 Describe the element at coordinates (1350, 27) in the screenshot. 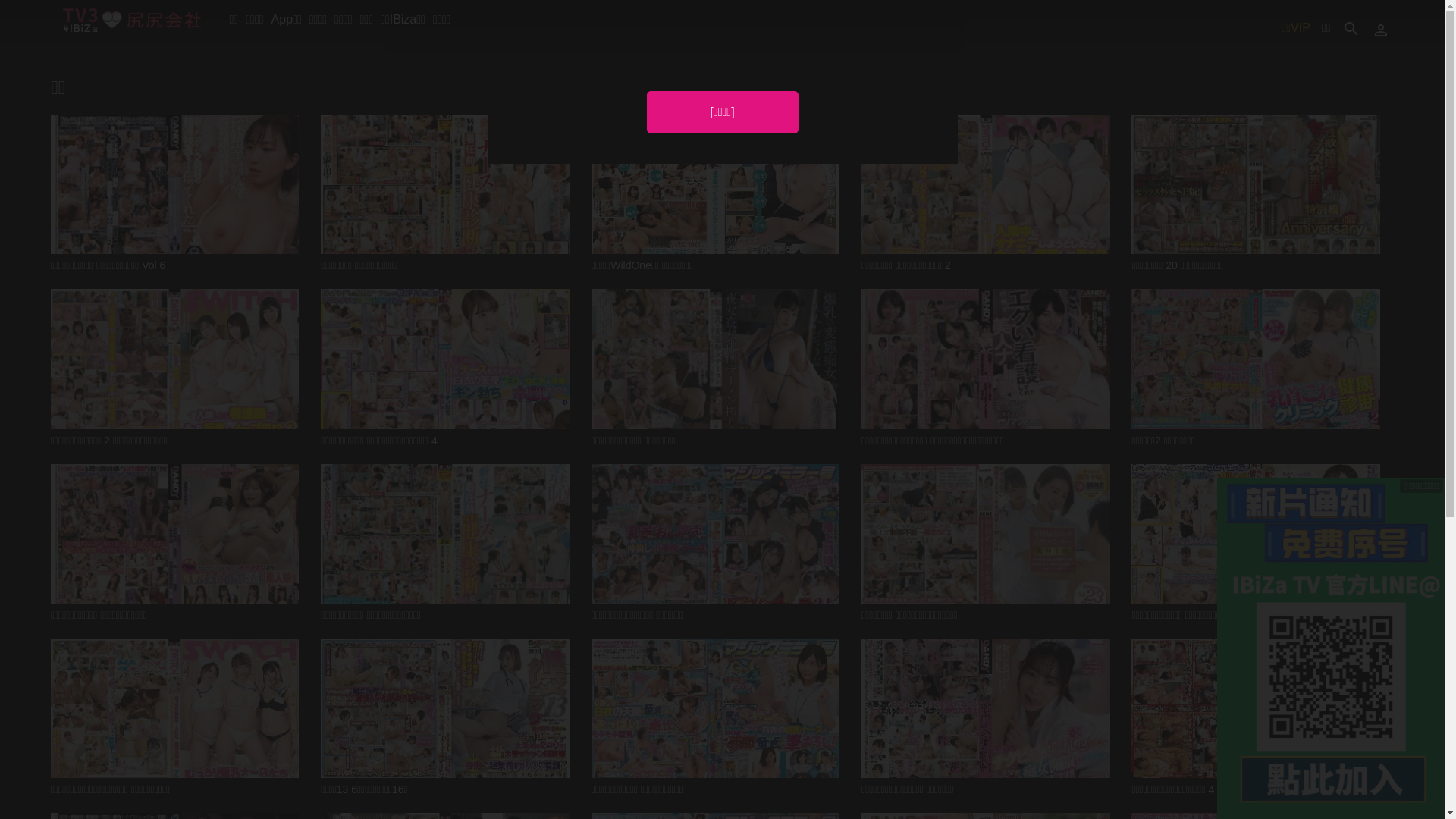

I see `'search'` at that location.